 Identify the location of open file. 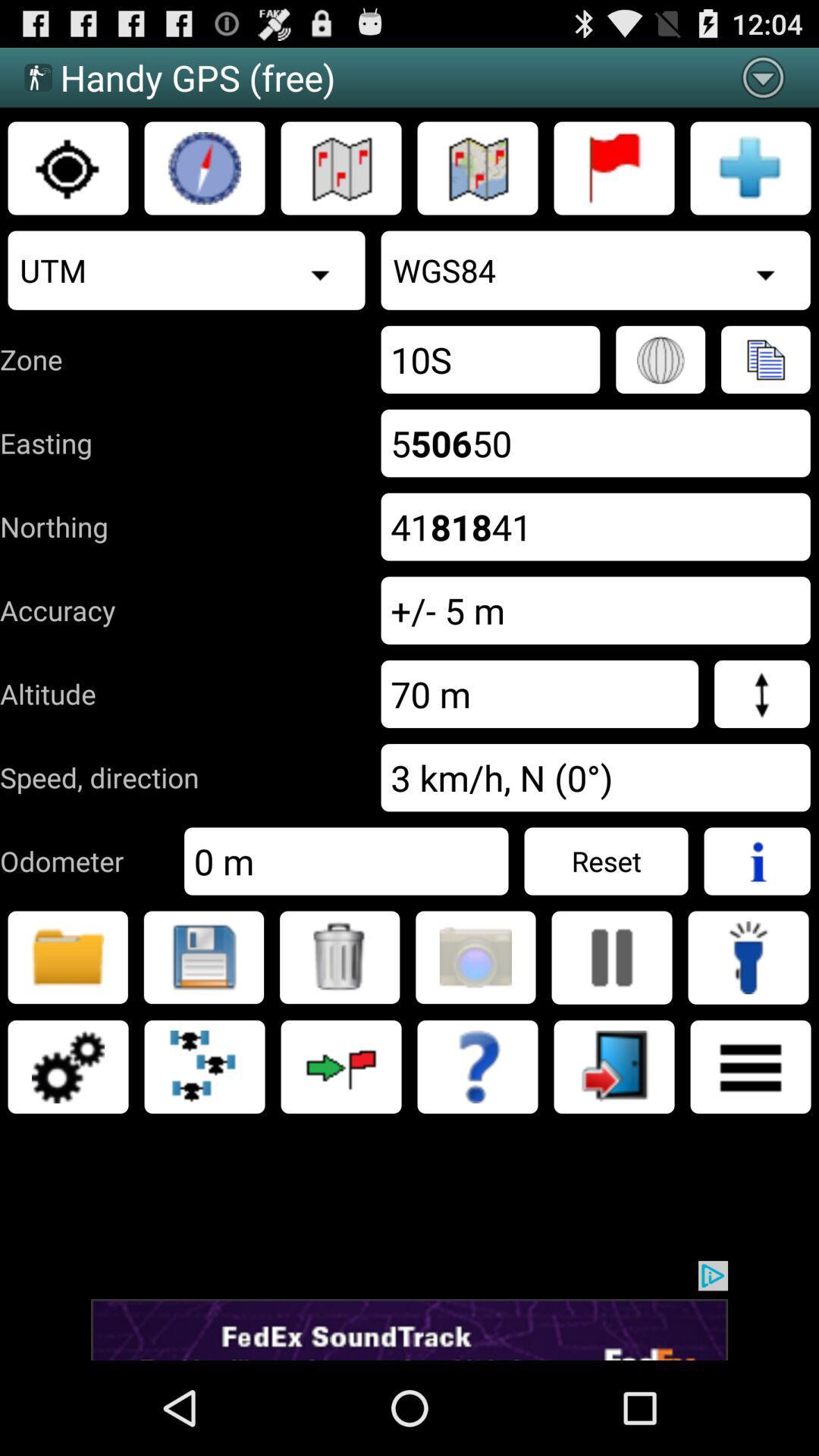
(67, 956).